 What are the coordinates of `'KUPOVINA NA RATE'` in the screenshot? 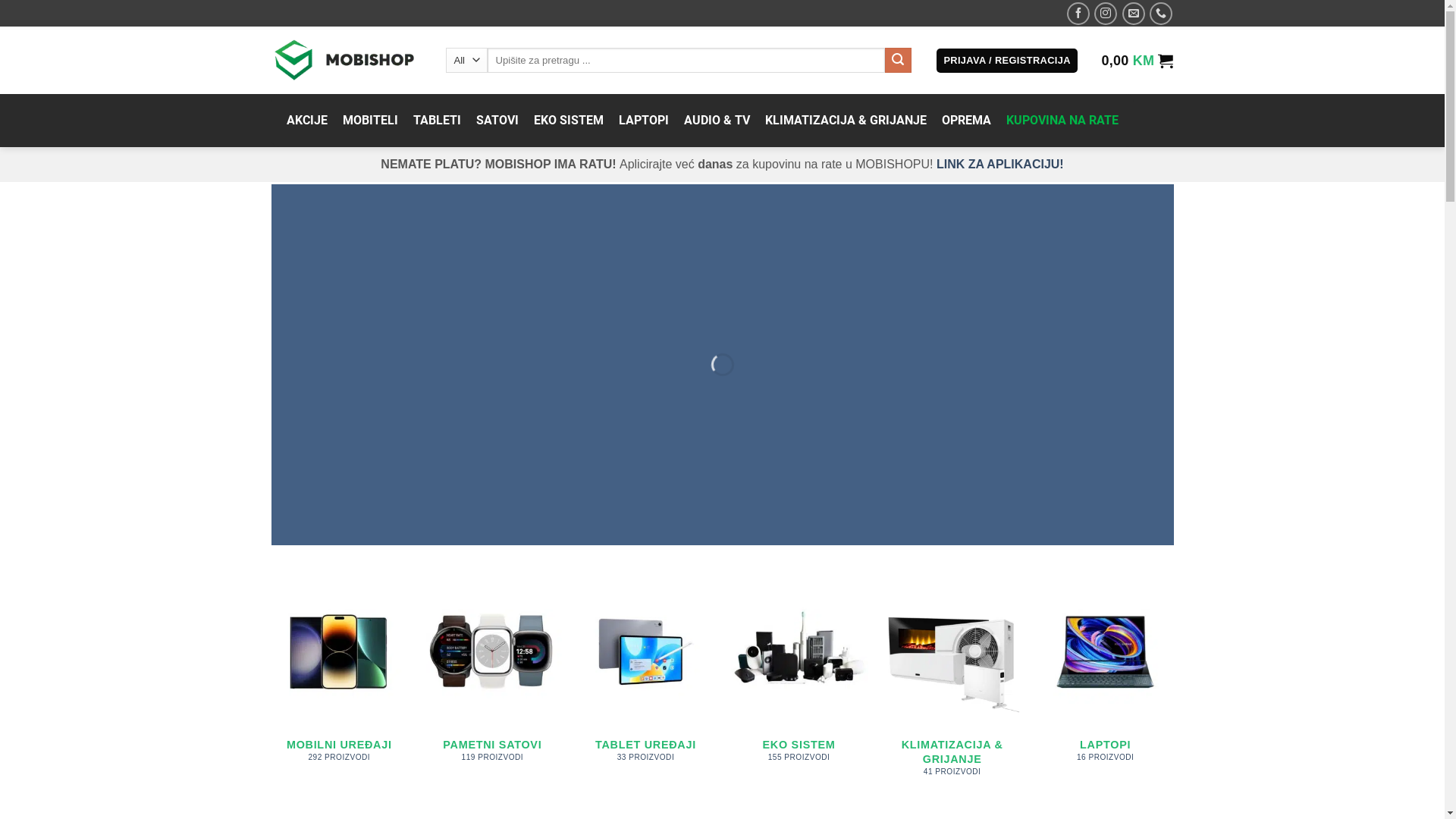 It's located at (1061, 119).